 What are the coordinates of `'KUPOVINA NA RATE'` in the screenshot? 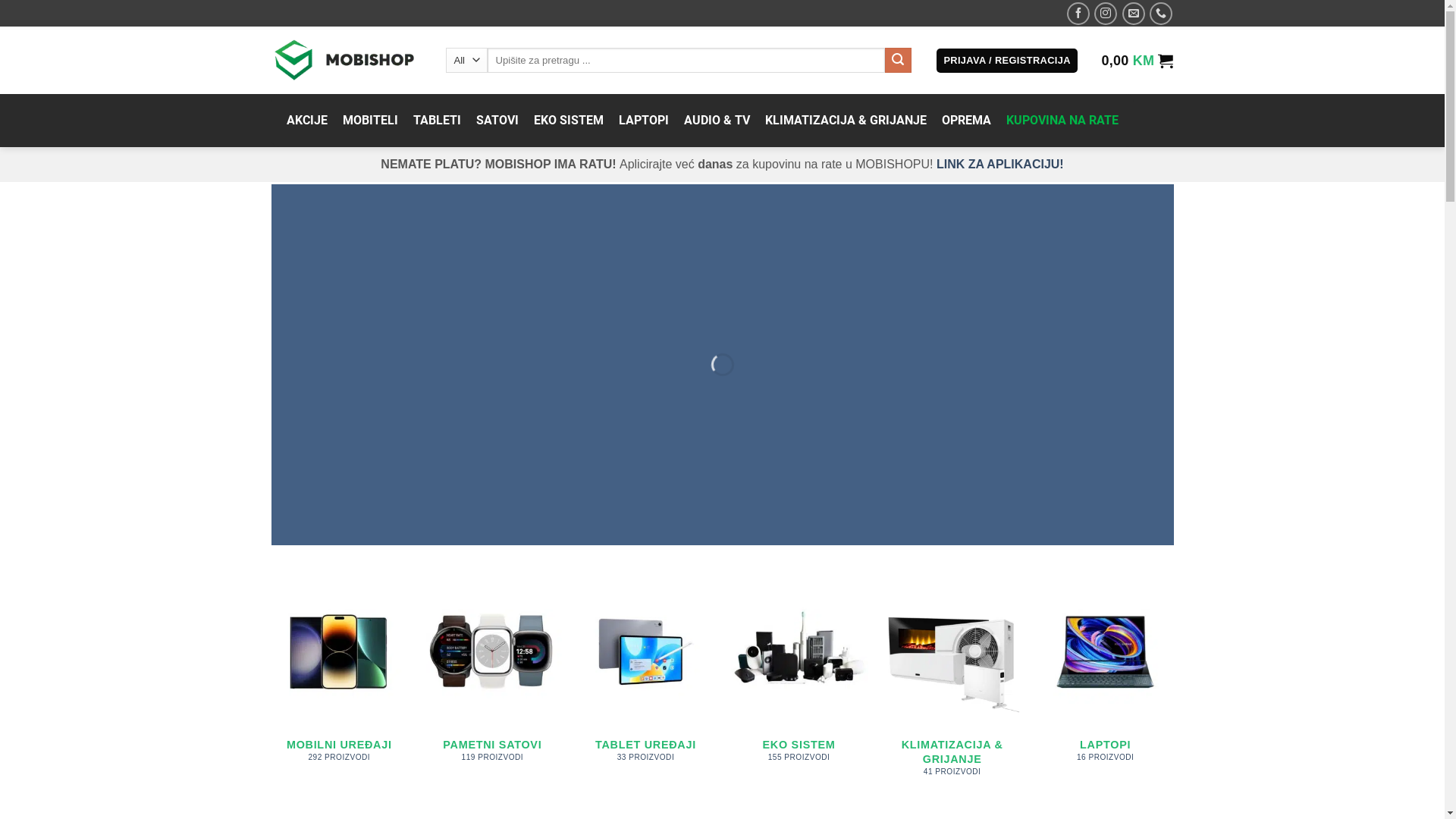 It's located at (1061, 119).